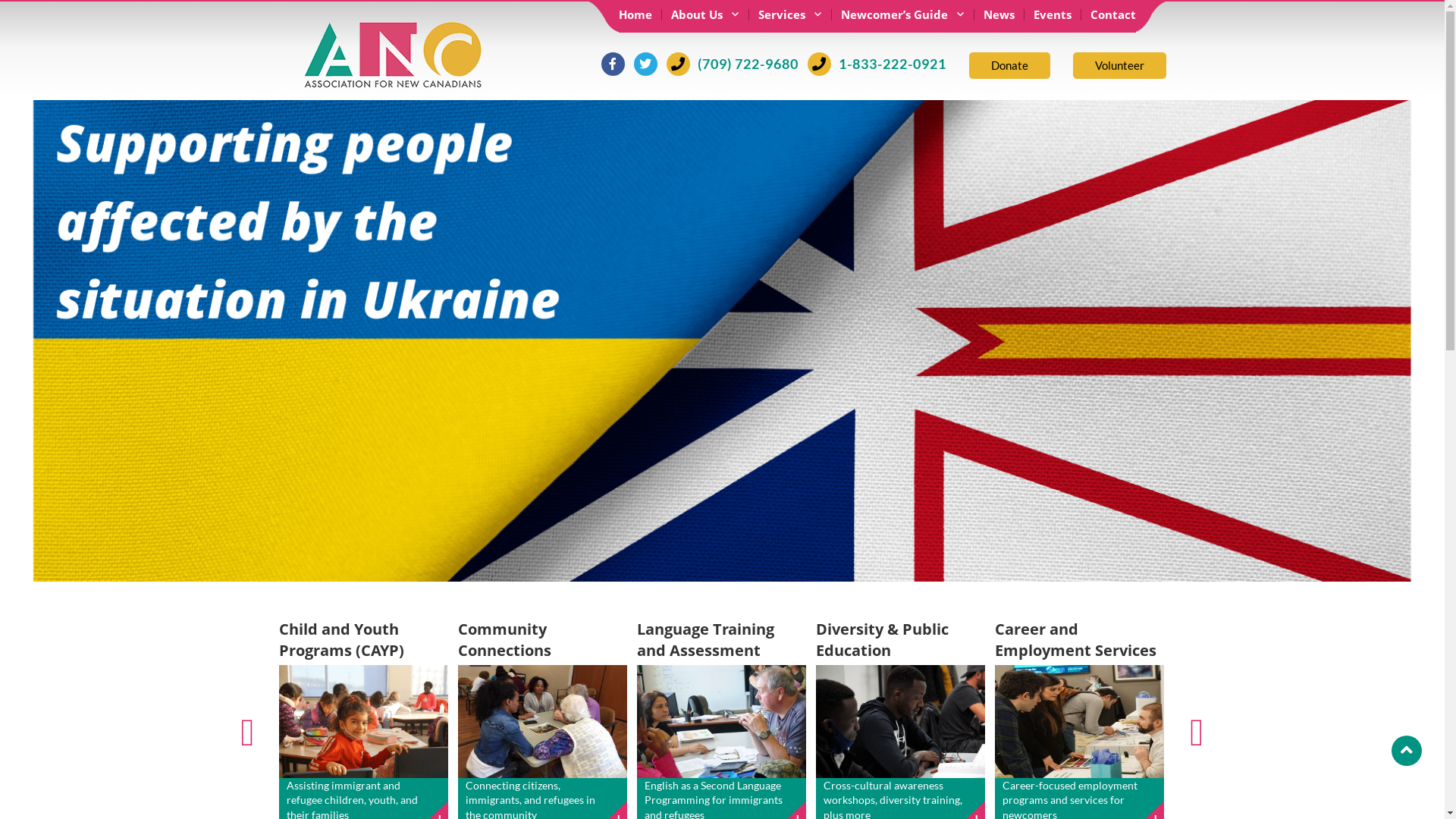 The image size is (1456, 819). Describe the element at coordinates (504, 639) in the screenshot. I see `'Community Connections'` at that location.